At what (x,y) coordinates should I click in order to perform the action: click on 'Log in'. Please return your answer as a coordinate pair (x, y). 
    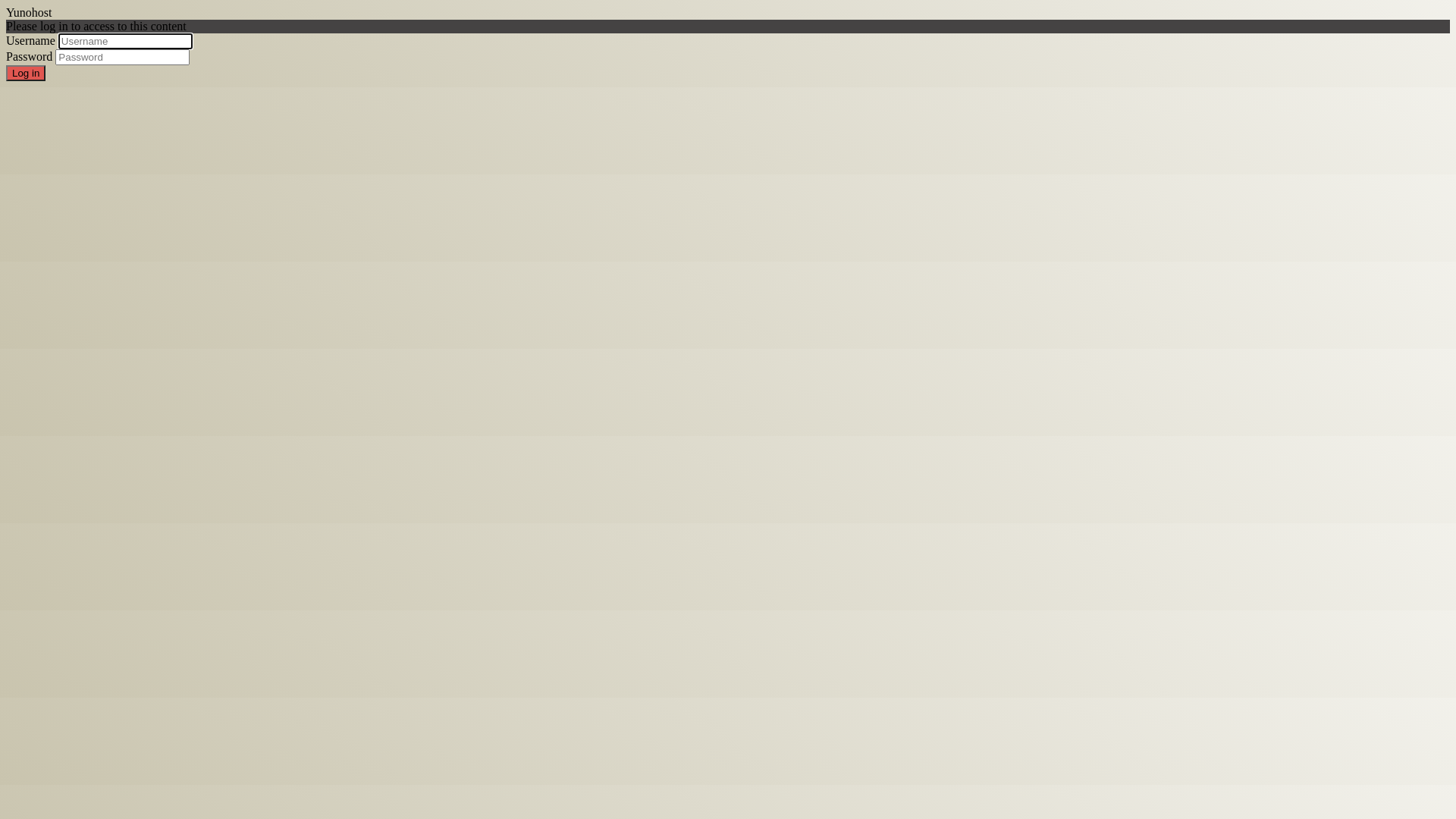
    Looking at the image, I should click on (25, 73).